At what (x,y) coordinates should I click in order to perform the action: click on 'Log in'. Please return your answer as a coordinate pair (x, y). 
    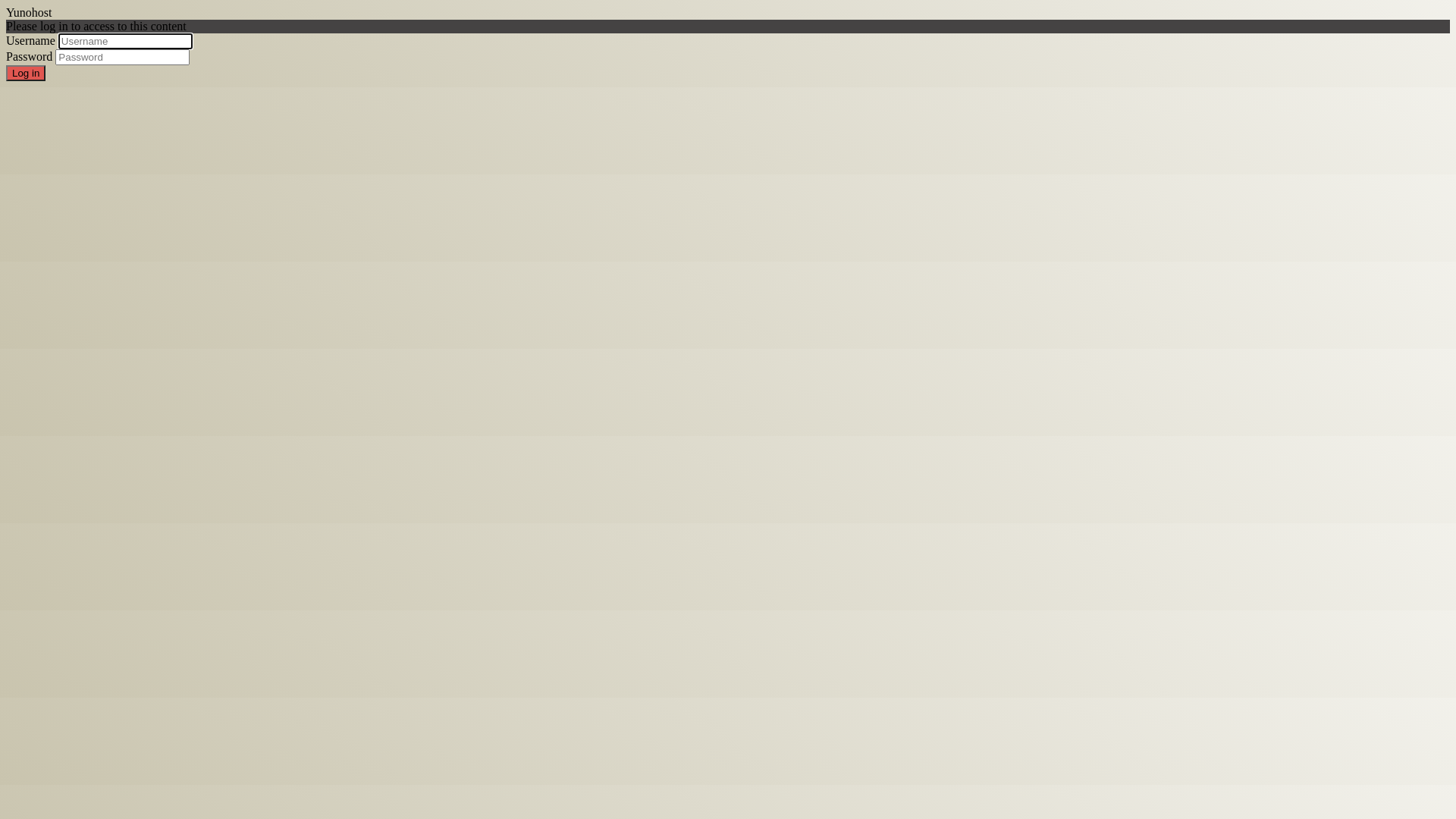
    Looking at the image, I should click on (25, 73).